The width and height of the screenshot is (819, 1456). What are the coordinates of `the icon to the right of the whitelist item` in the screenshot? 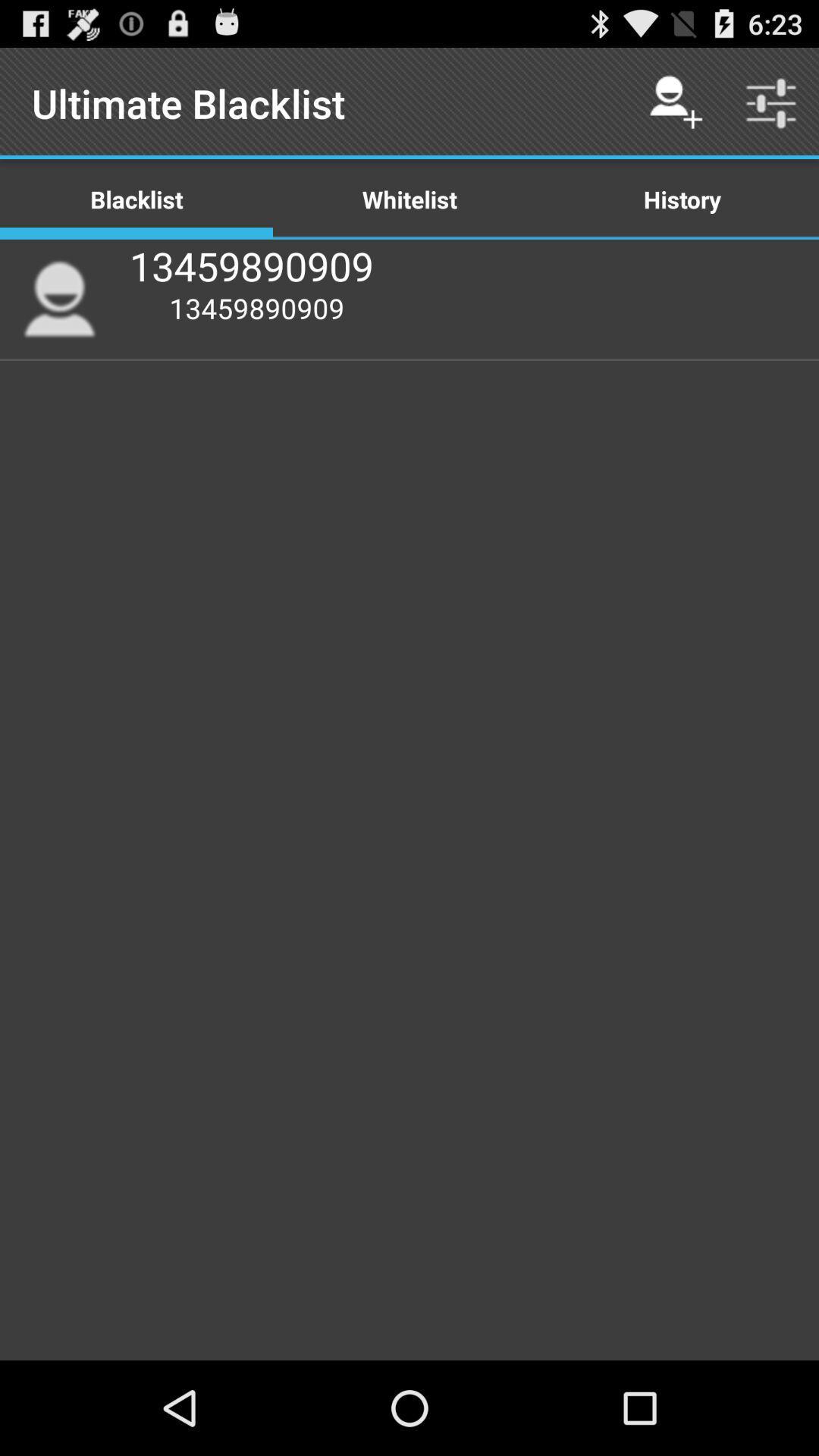 It's located at (675, 102).